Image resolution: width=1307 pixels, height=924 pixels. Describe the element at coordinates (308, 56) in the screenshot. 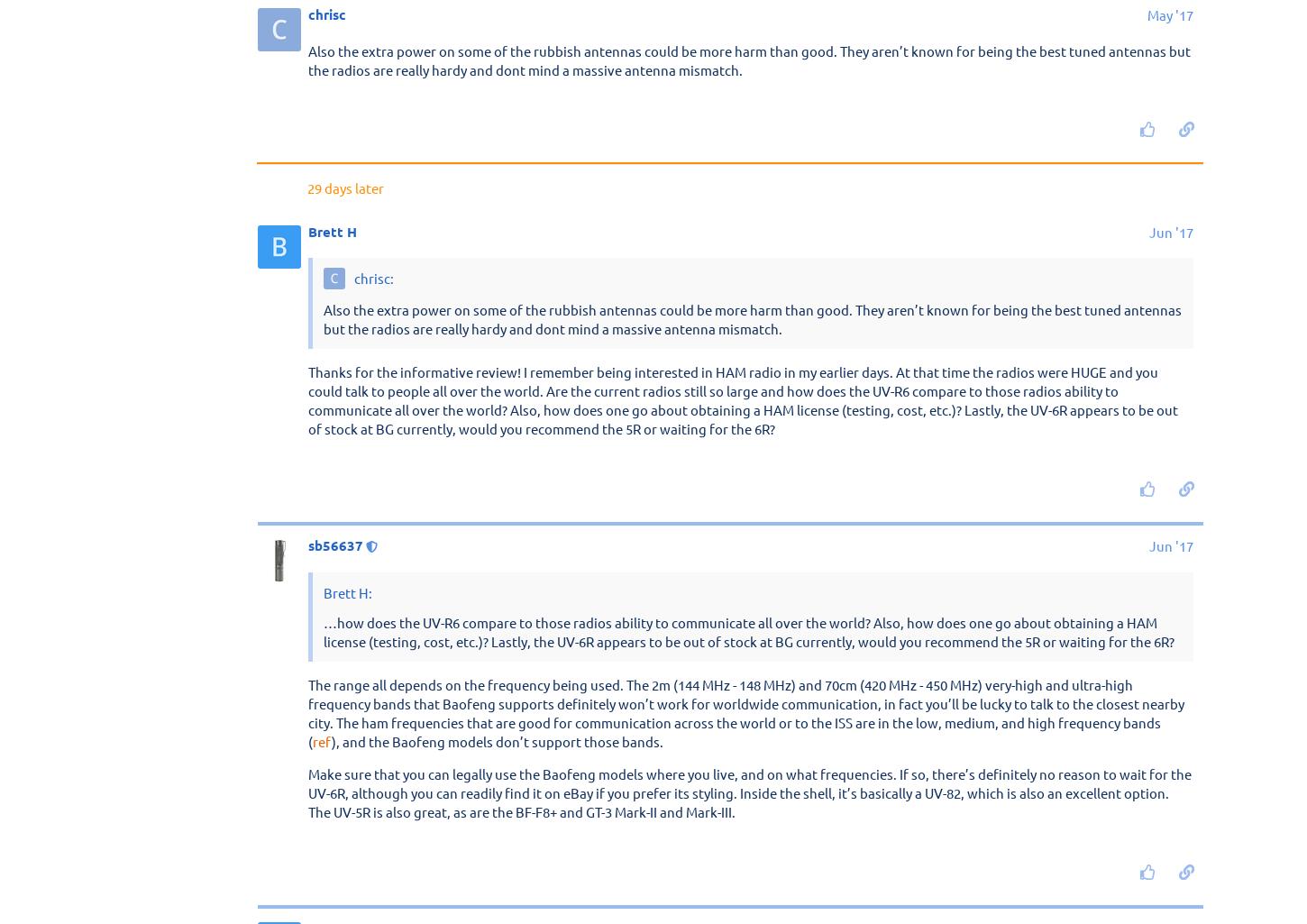

I see `'MILSPEC'` at that location.